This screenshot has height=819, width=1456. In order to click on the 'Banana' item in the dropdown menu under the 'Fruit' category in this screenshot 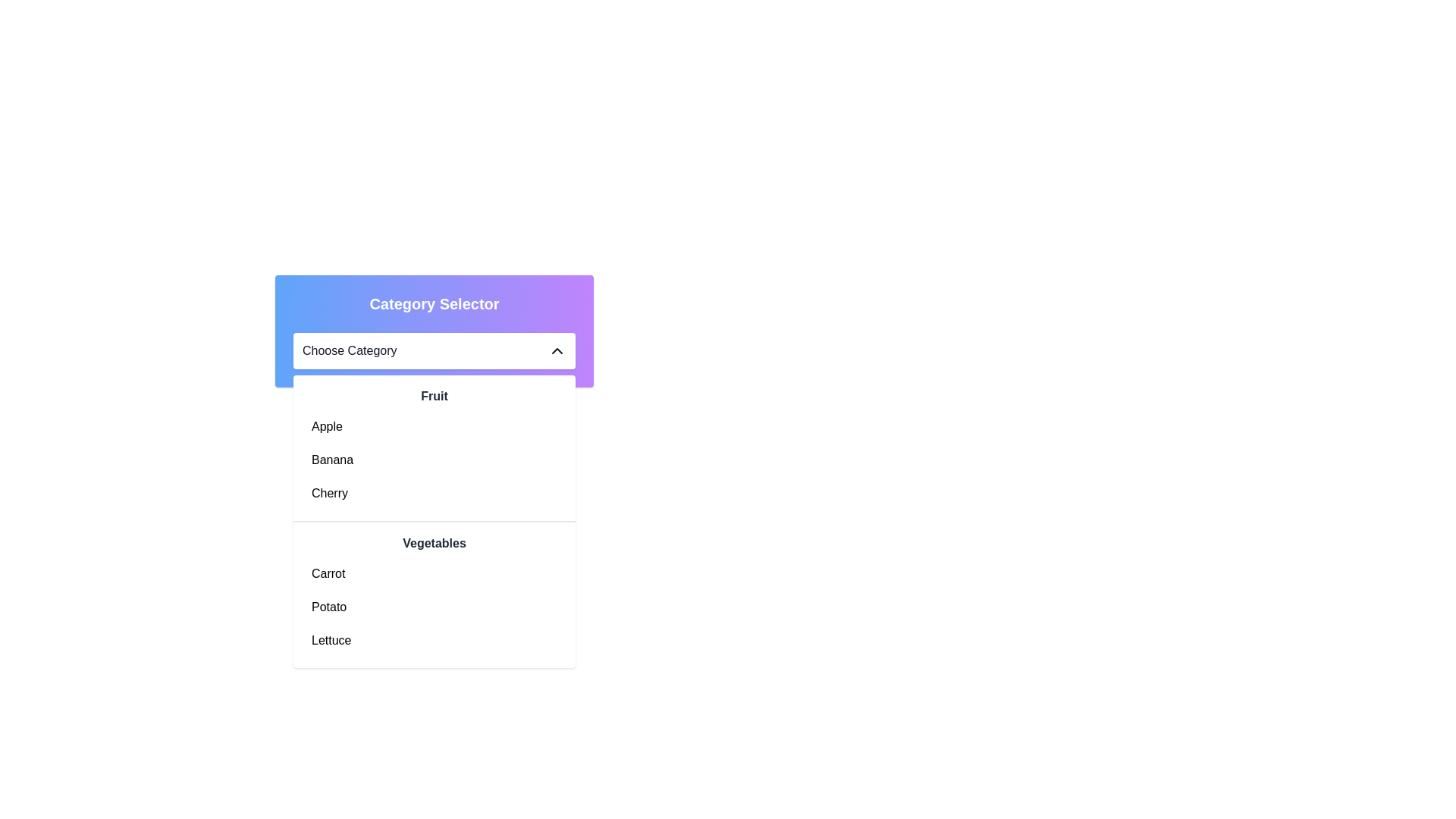, I will do `click(433, 459)`.